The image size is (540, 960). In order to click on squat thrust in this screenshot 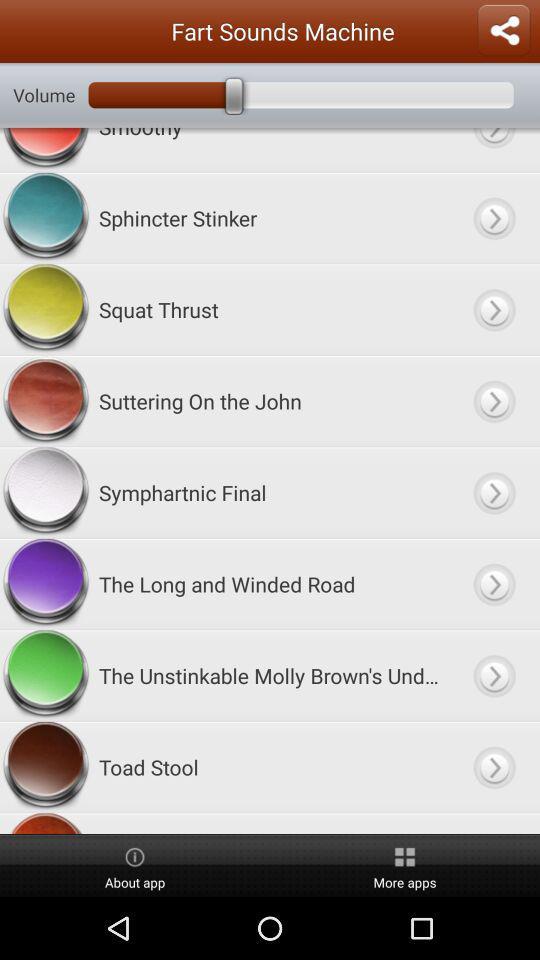, I will do `click(493, 309)`.